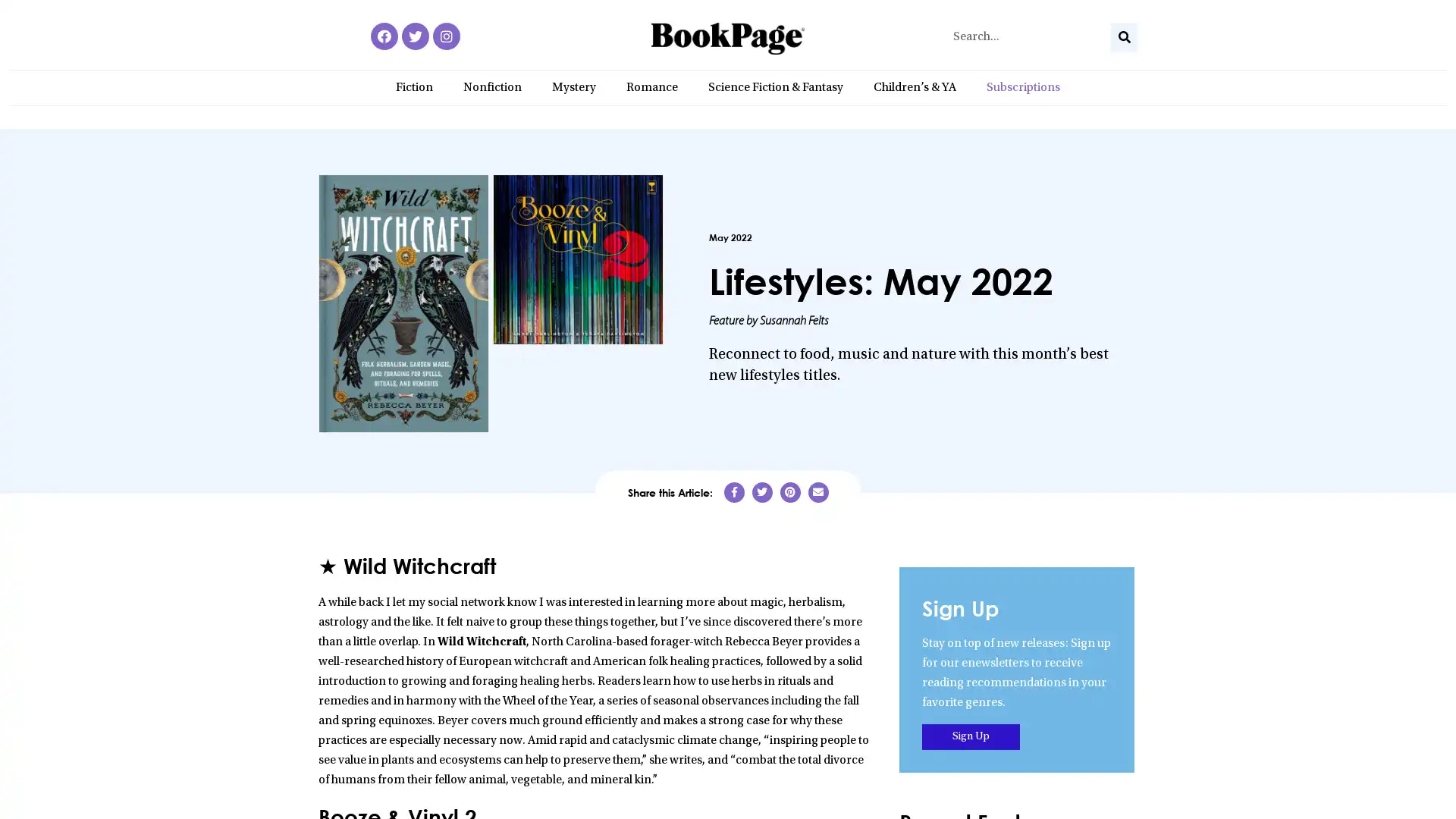 The width and height of the screenshot is (1456, 819). I want to click on Sign Up, so click(971, 736).